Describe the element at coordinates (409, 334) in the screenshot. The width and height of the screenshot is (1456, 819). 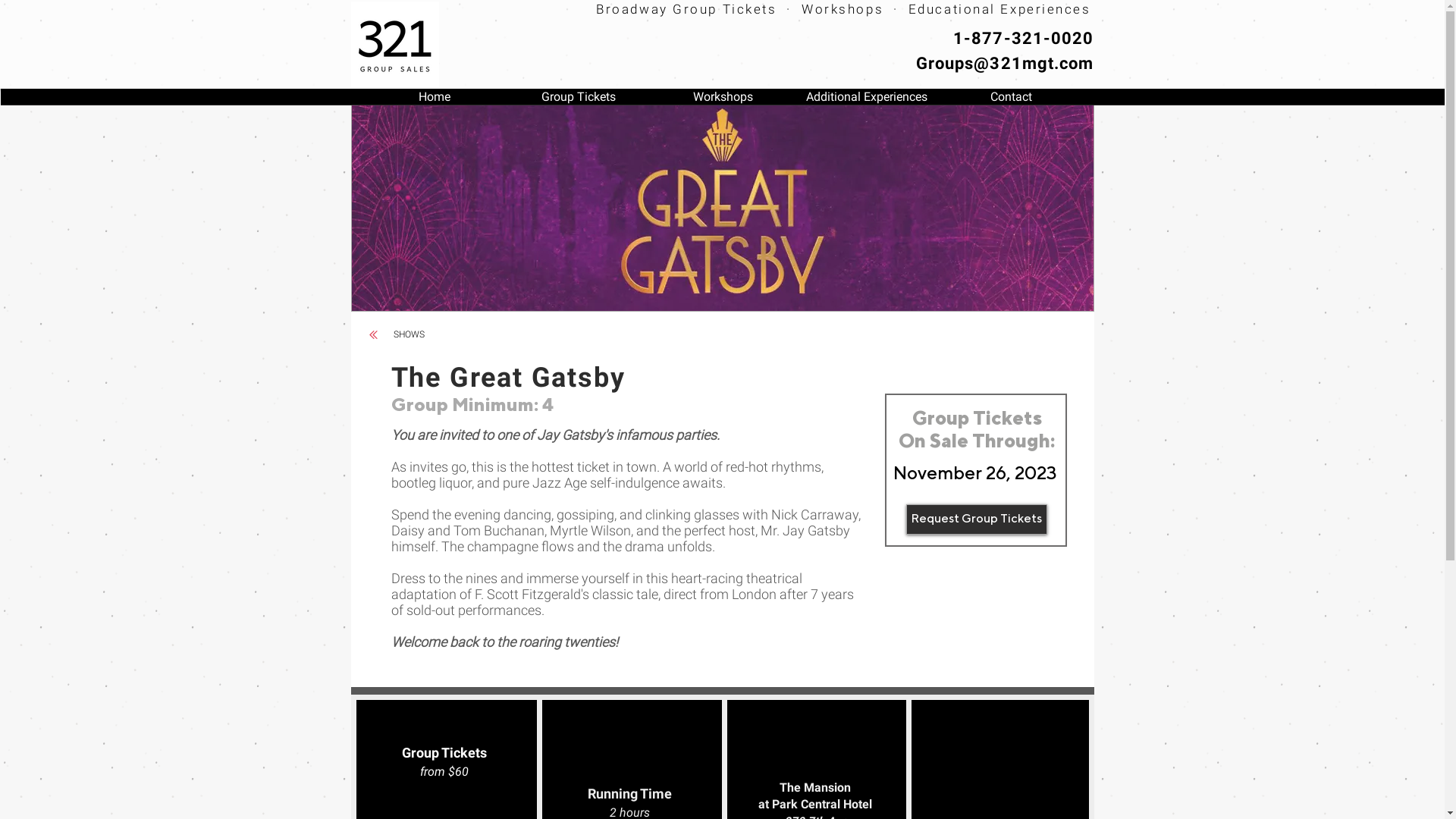
I see `'SHOWS'` at that location.